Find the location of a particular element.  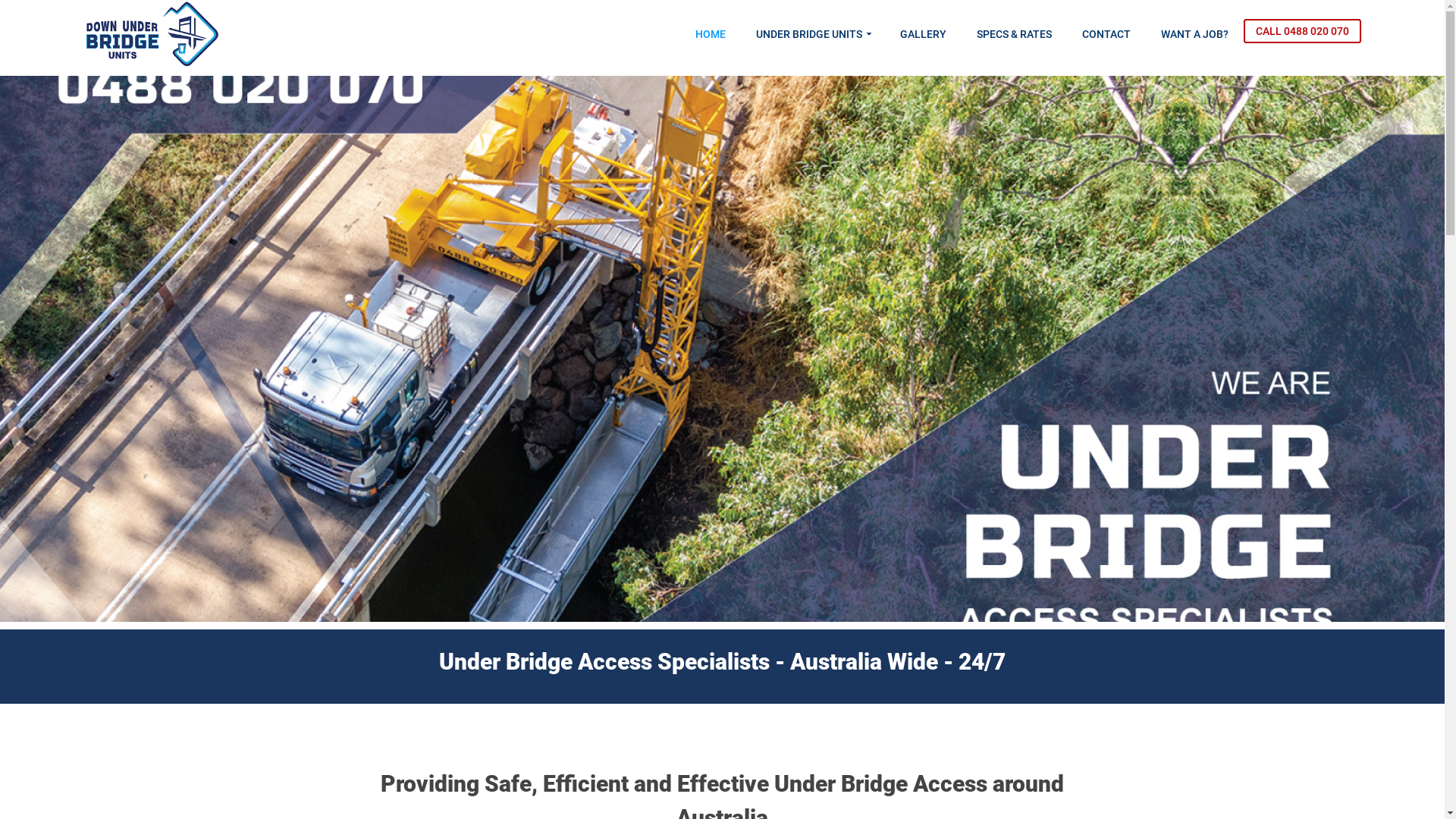

'HOME' is located at coordinates (709, 34).